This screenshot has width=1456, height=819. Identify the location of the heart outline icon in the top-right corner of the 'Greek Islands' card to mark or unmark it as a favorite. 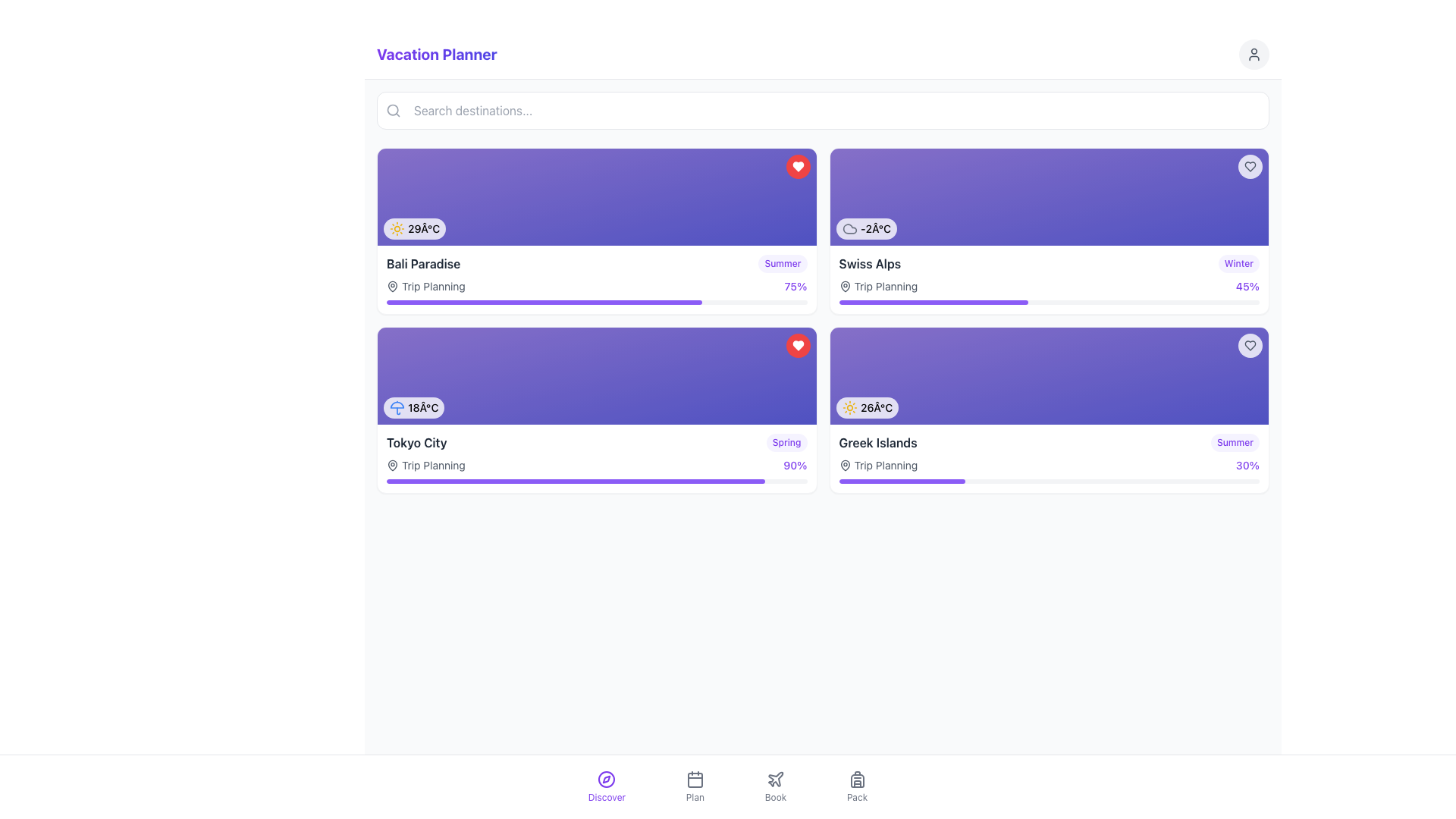
(1250, 345).